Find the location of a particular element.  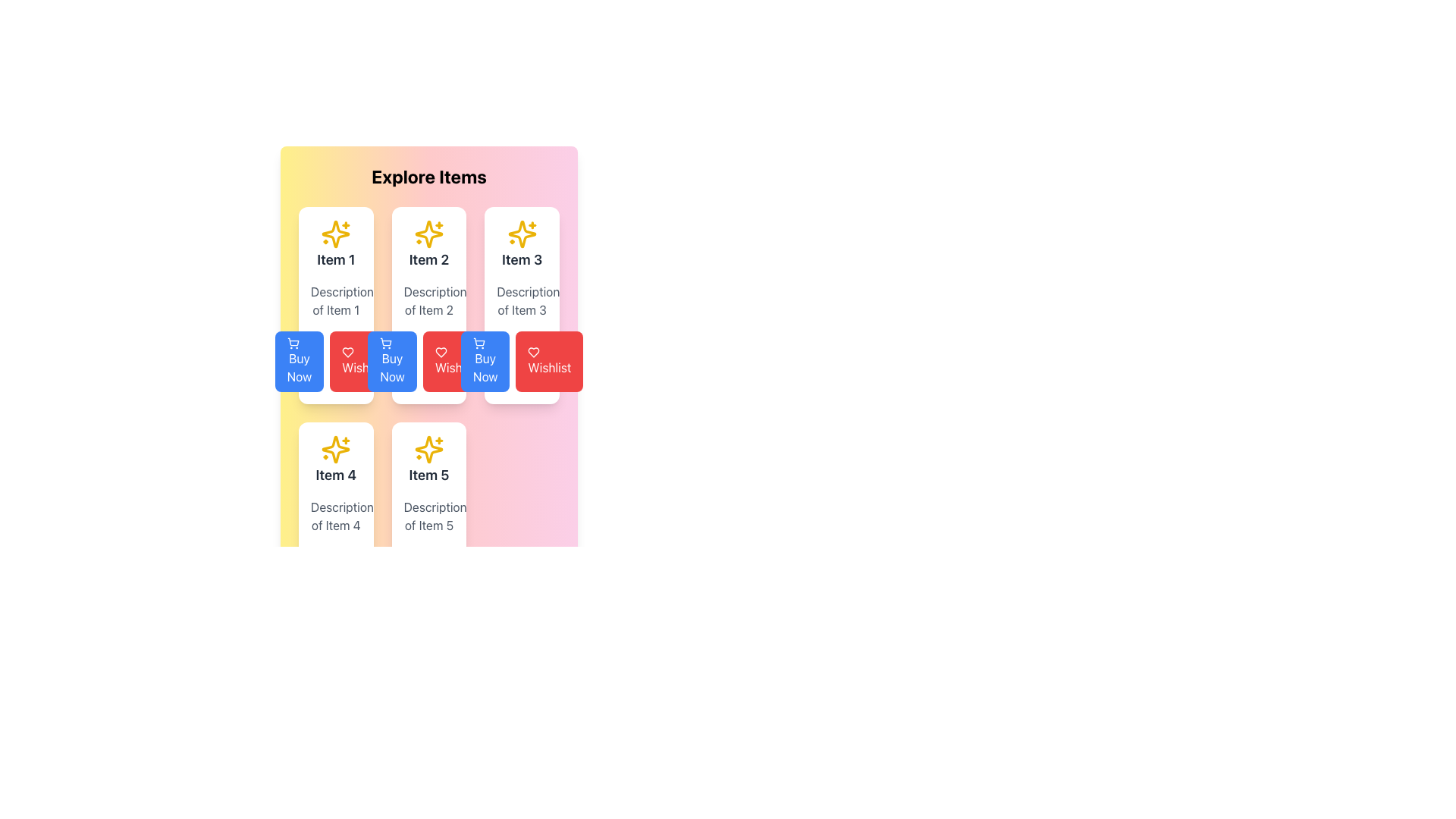

the text label reading 'Description of Item 1' is located at coordinates (335, 301).